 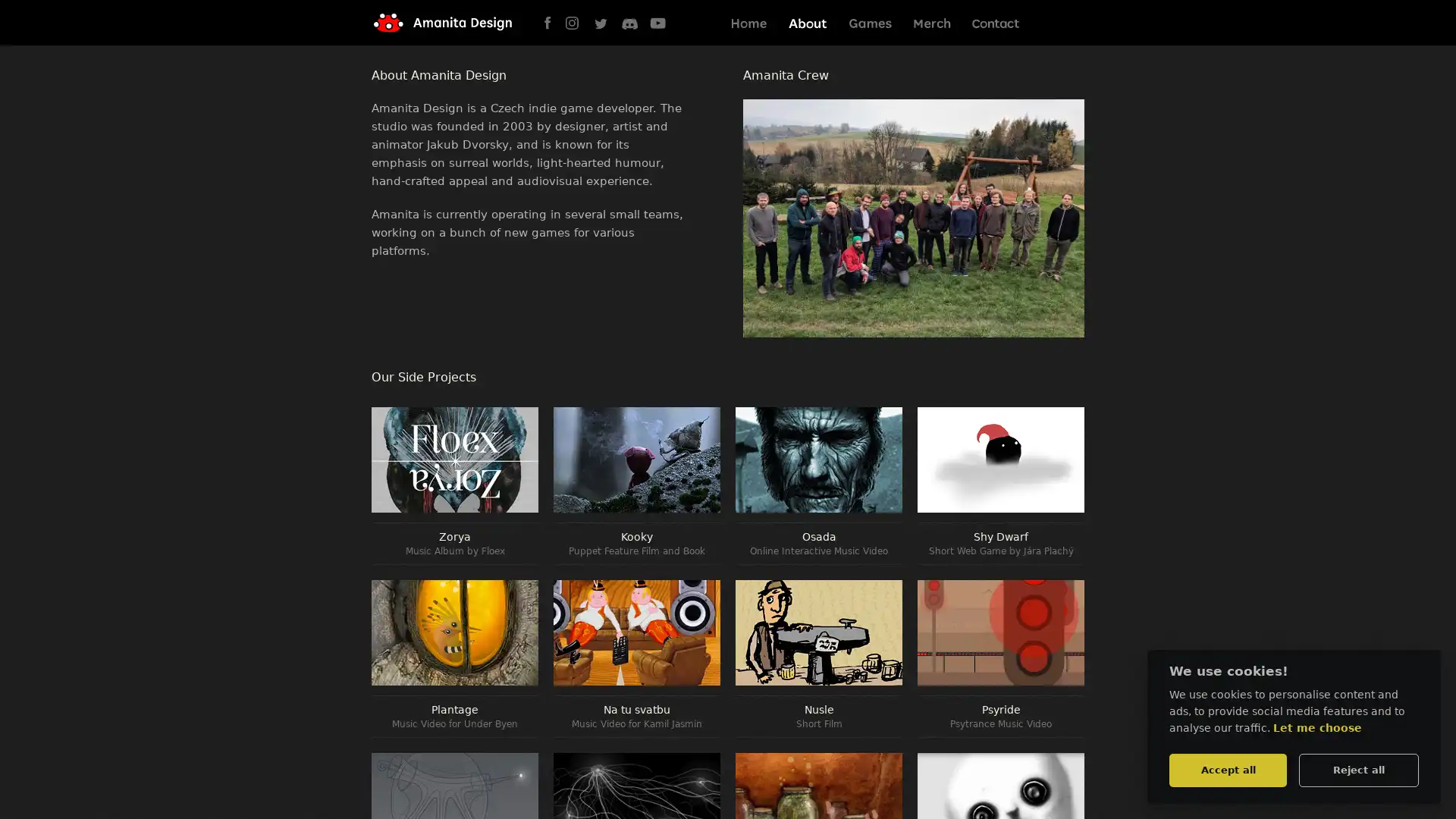 I want to click on Accept all, so click(x=1227, y=769).